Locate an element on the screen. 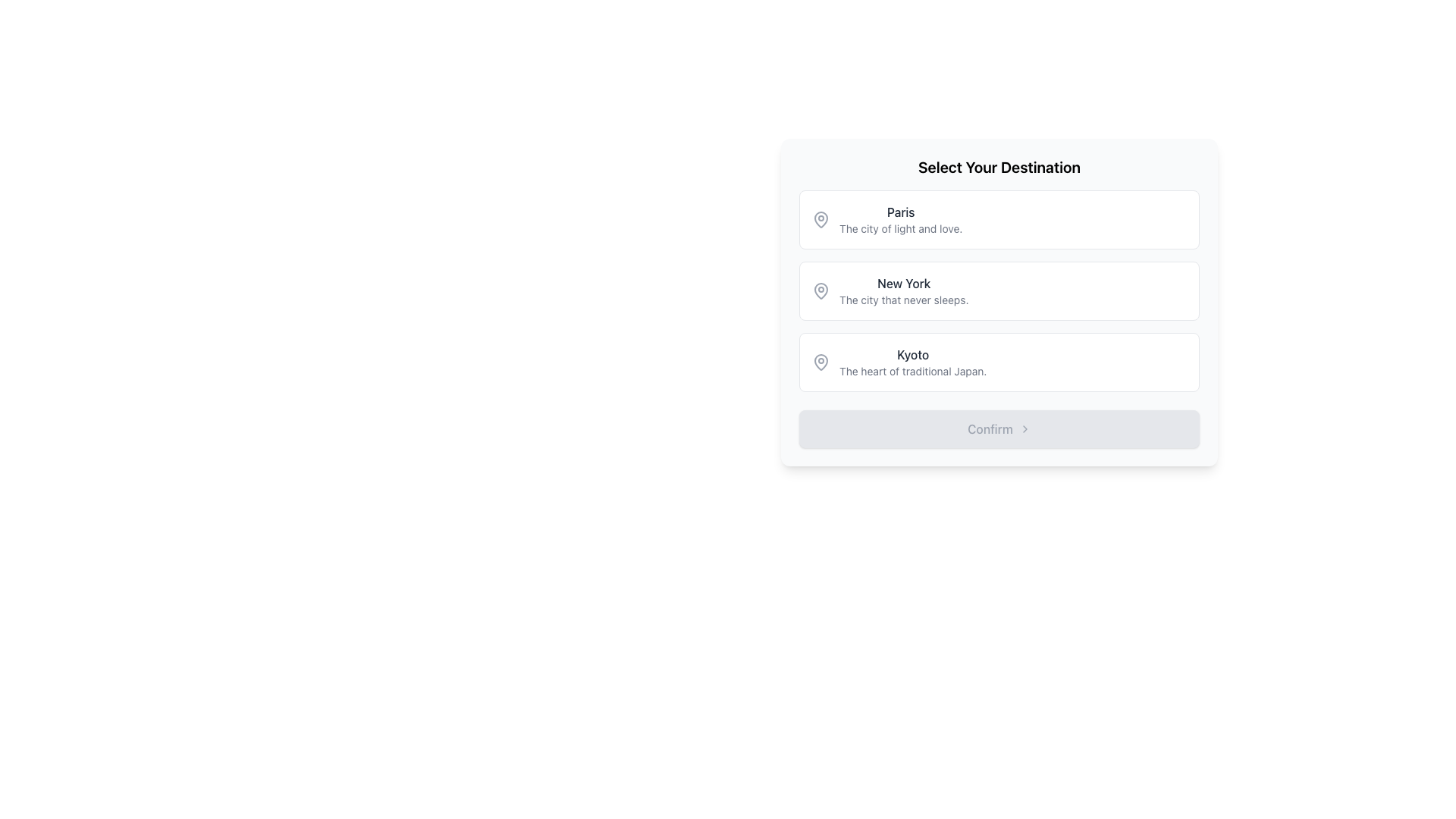  the lower part of the map pin icon SVG, which is styled with a stroked outline and is positioned to the left of the 'Paris' text in the selectable list is located at coordinates (821, 219).